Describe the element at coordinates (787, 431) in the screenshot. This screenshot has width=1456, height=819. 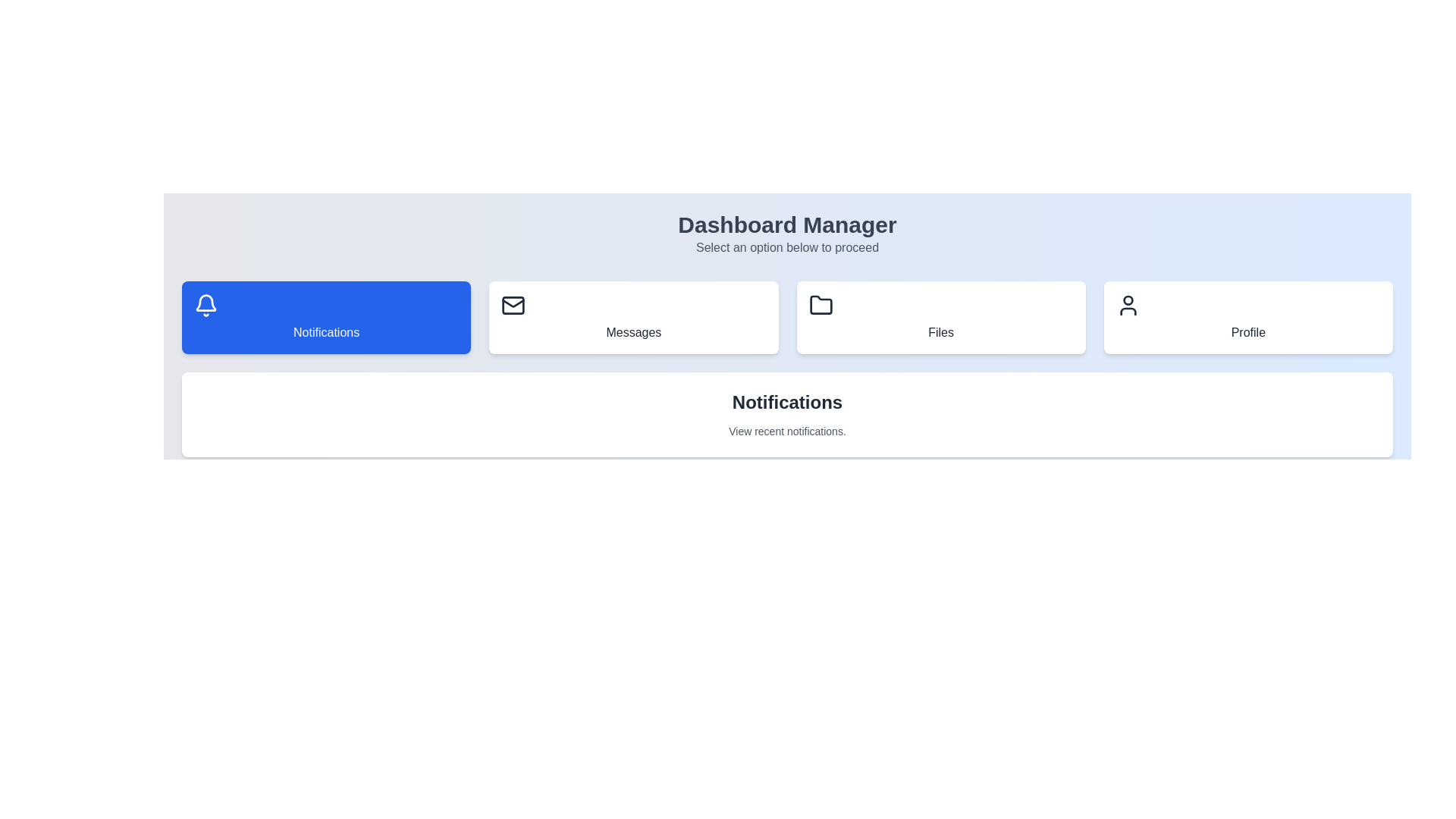
I see `the static text label that provides context about the 'Notifications' section, located directly below the 'Notifications' heading` at that location.